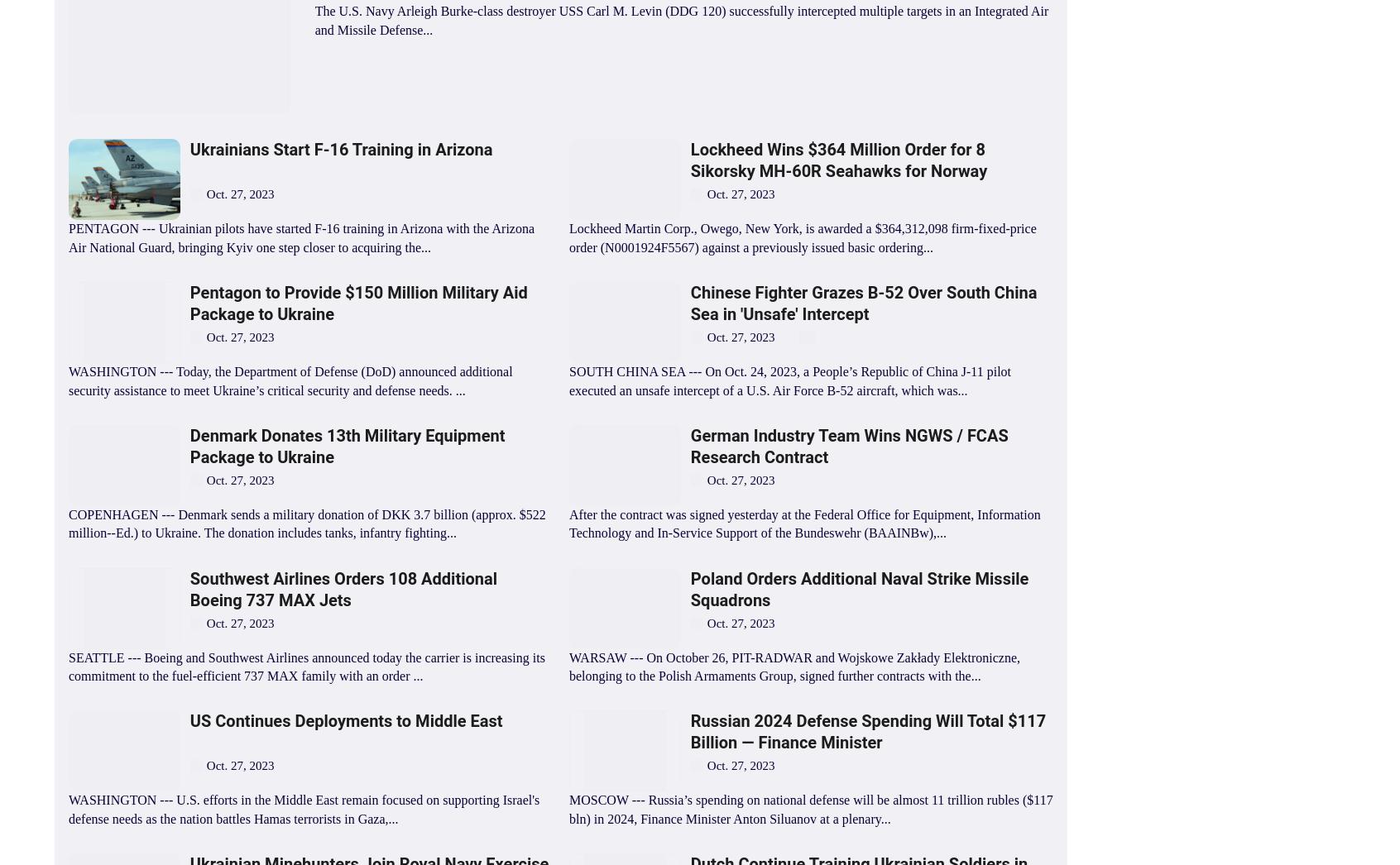 The image size is (1400, 865). I want to click on 'COPENHAGEN --- Denmark sends a military donation of DKK 3.7 billion (approx. $522 million--Ed.) to Ukraine. The donation includes tanks, infantry fighting...', so click(307, 523).